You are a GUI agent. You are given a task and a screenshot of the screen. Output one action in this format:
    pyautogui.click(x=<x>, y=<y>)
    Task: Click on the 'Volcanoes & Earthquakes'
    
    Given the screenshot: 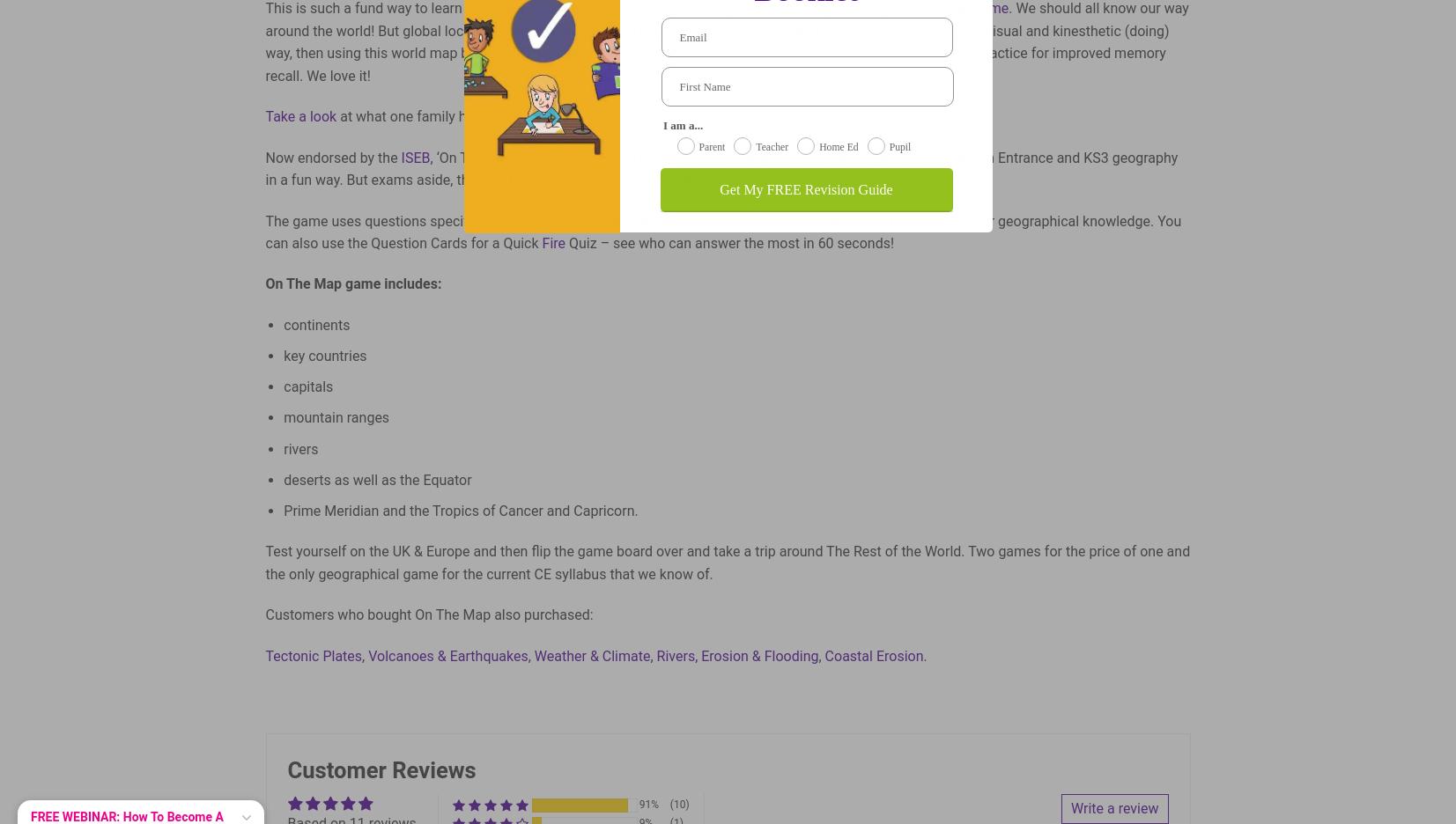 What is the action you would take?
    pyautogui.click(x=447, y=655)
    